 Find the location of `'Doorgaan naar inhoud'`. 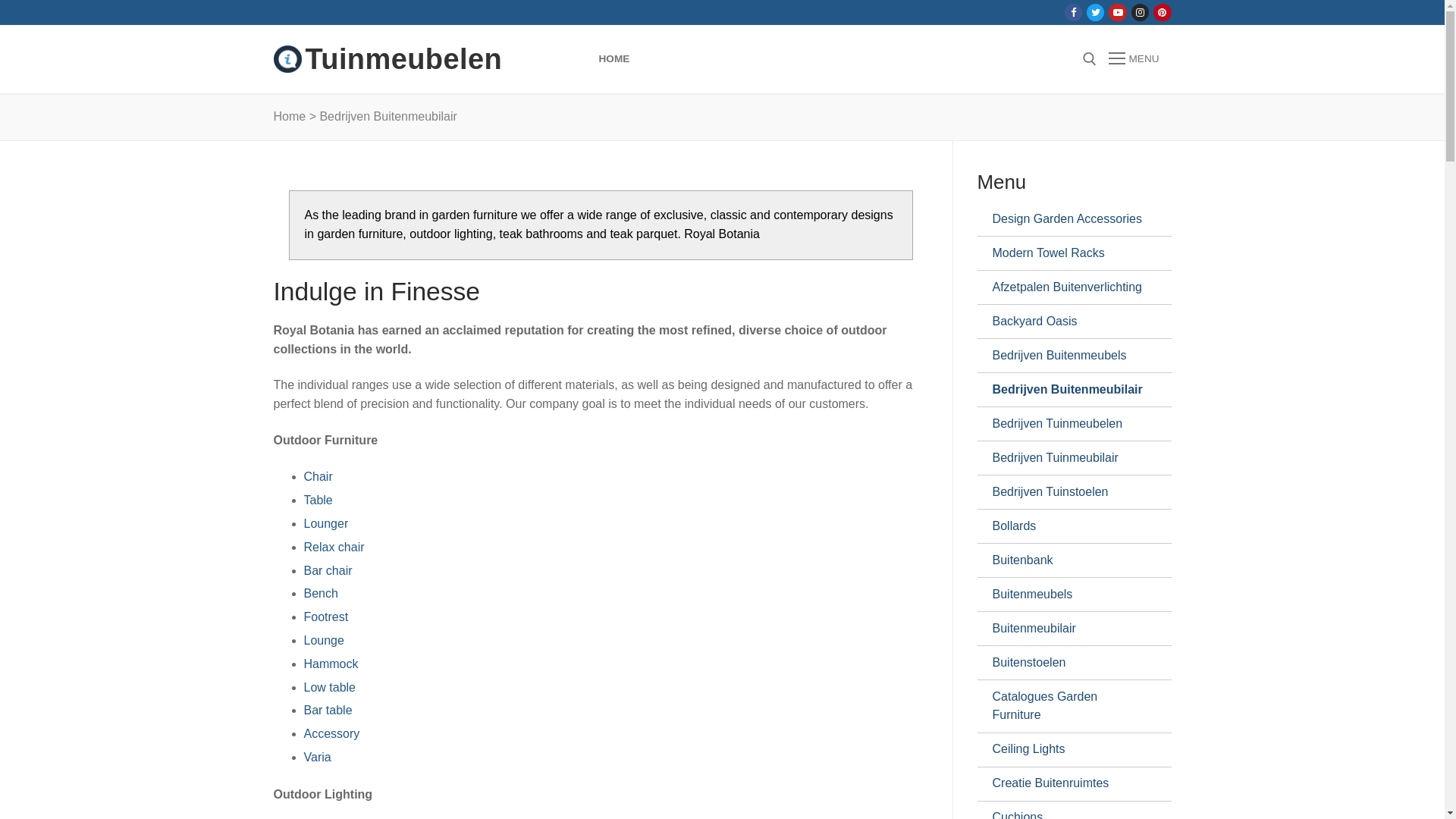

'Doorgaan naar inhoud' is located at coordinates (0, 0).